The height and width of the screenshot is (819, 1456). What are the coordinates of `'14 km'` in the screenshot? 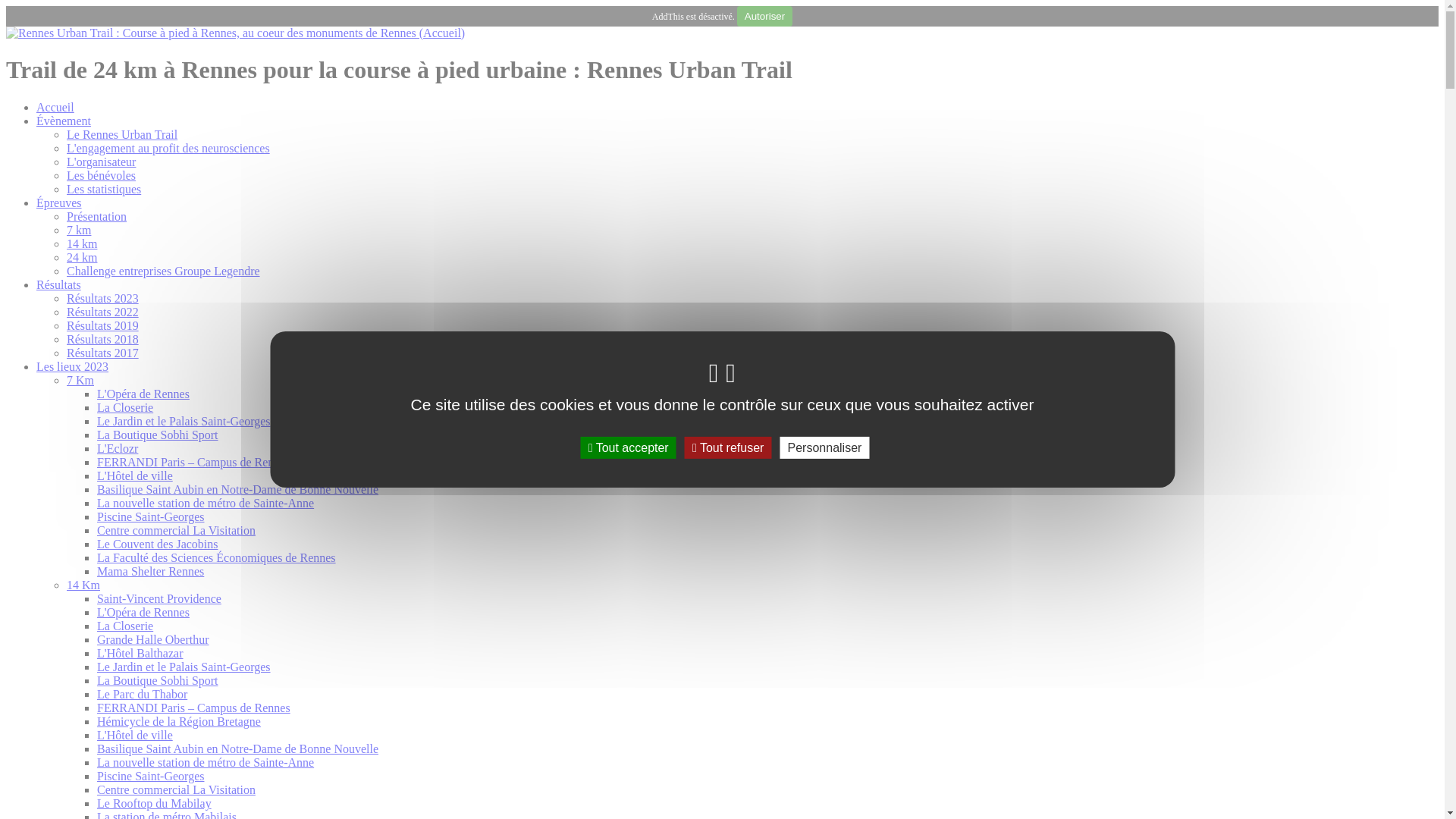 It's located at (80, 243).